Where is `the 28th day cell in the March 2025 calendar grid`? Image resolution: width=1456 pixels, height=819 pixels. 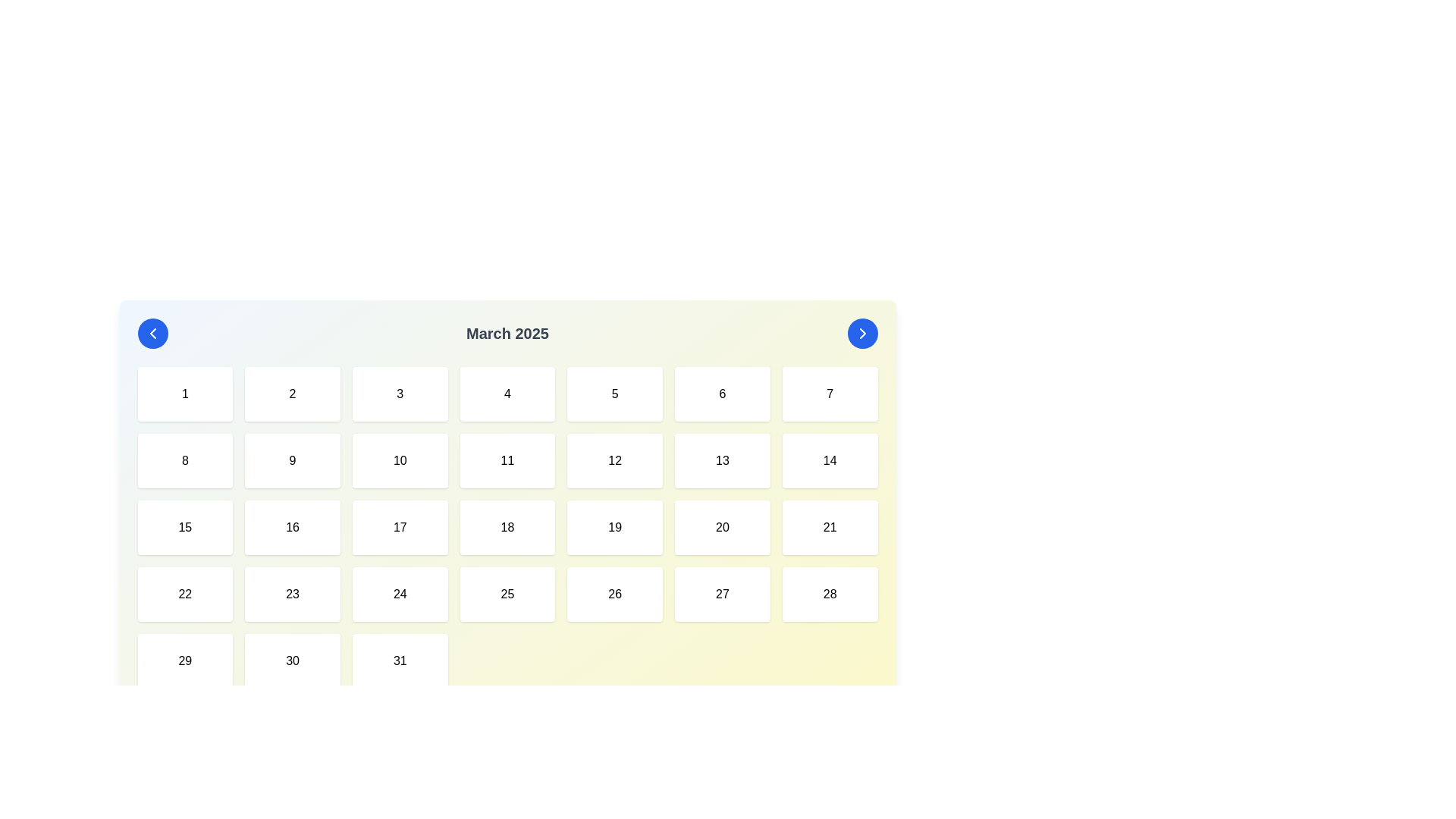
the 28th day cell in the March 2025 calendar grid is located at coordinates (829, 593).